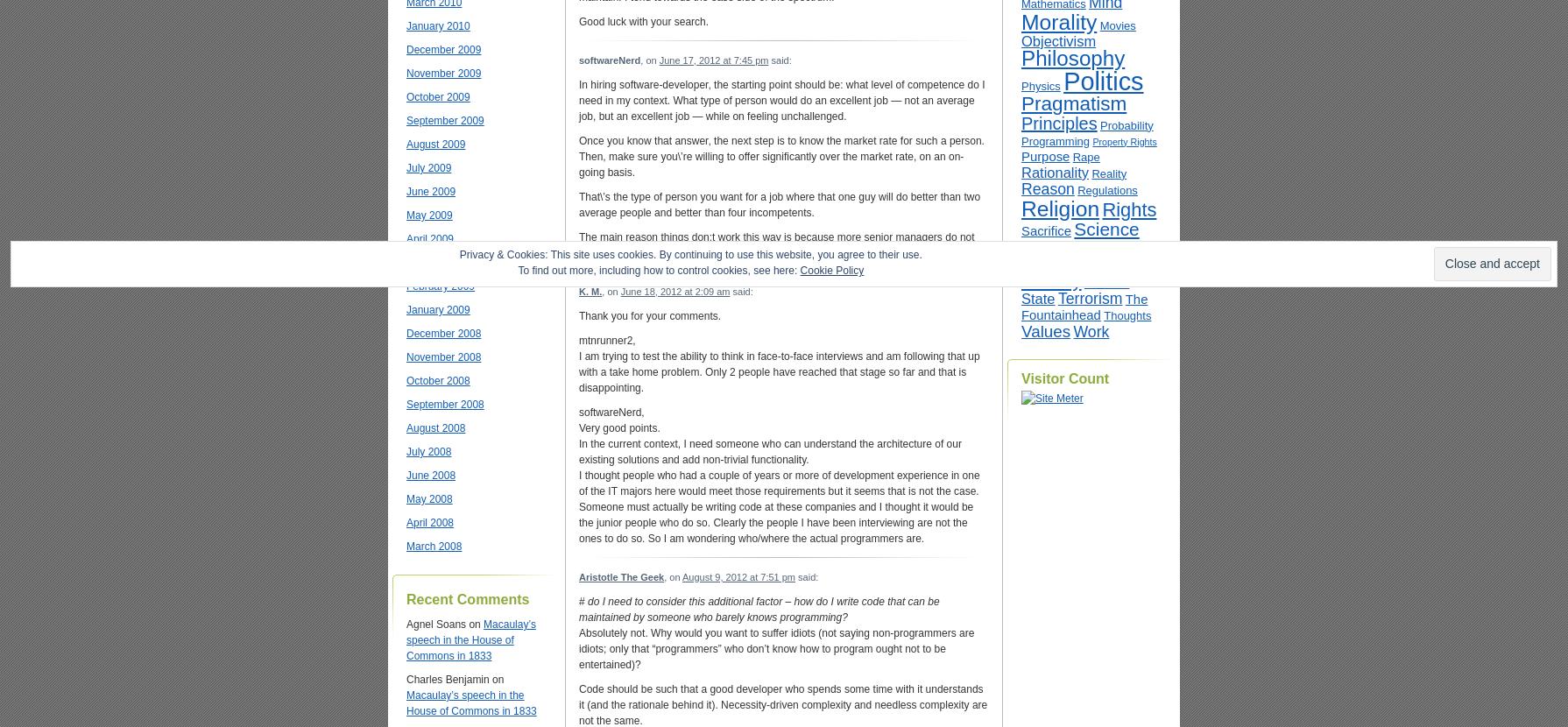  What do you see at coordinates (436, 25) in the screenshot?
I see `'January 2010'` at bounding box center [436, 25].